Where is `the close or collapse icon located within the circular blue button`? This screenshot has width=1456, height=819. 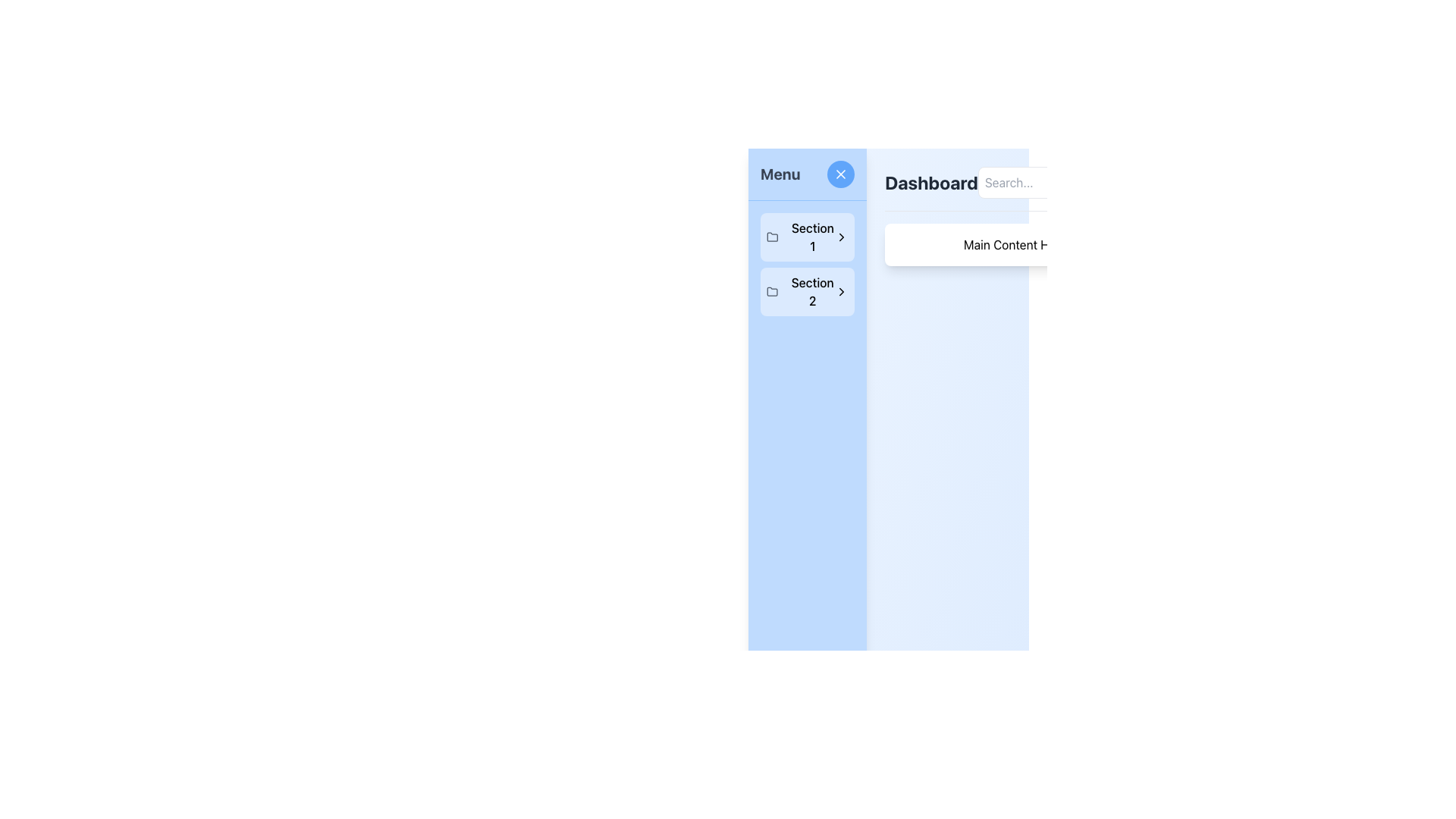 the close or collapse icon located within the circular blue button is located at coordinates (840, 174).